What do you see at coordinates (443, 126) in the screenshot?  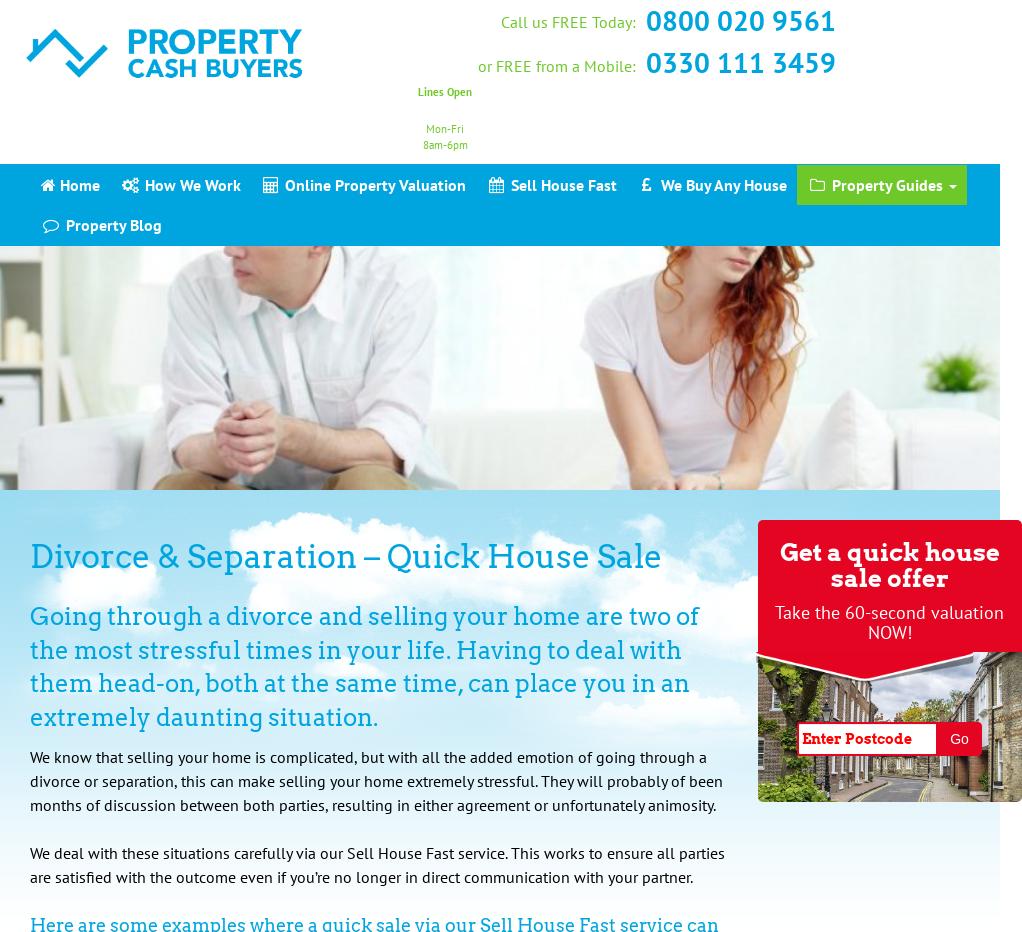 I see `'Mon-Fri'` at bounding box center [443, 126].